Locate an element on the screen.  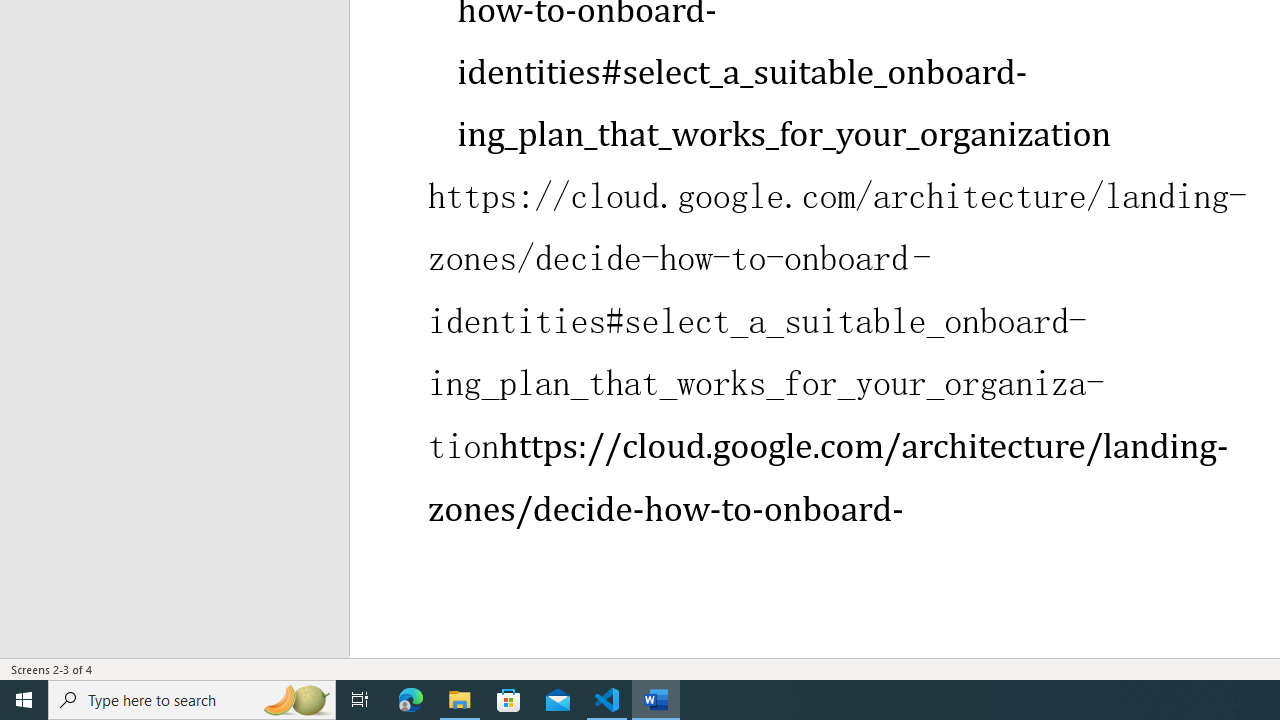
'Page Number Screens 2-3 of 4 ' is located at coordinates (52, 669).